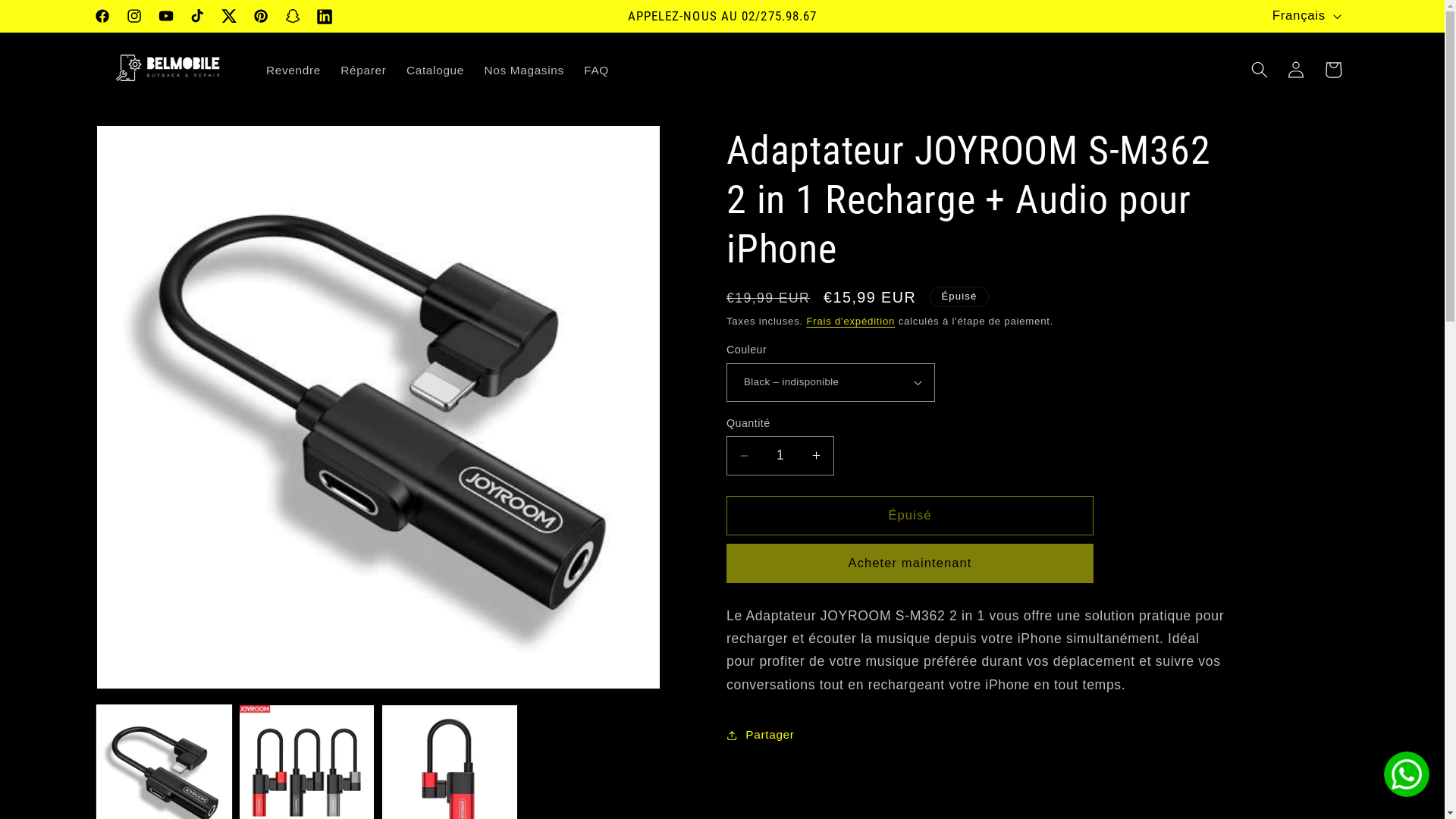 Image resolution: width=1456 pixels, height=819 pixels. Describe the element at coordinates (910, 563) in the screenshot. I see `'Acheter maintenant'` at that location.